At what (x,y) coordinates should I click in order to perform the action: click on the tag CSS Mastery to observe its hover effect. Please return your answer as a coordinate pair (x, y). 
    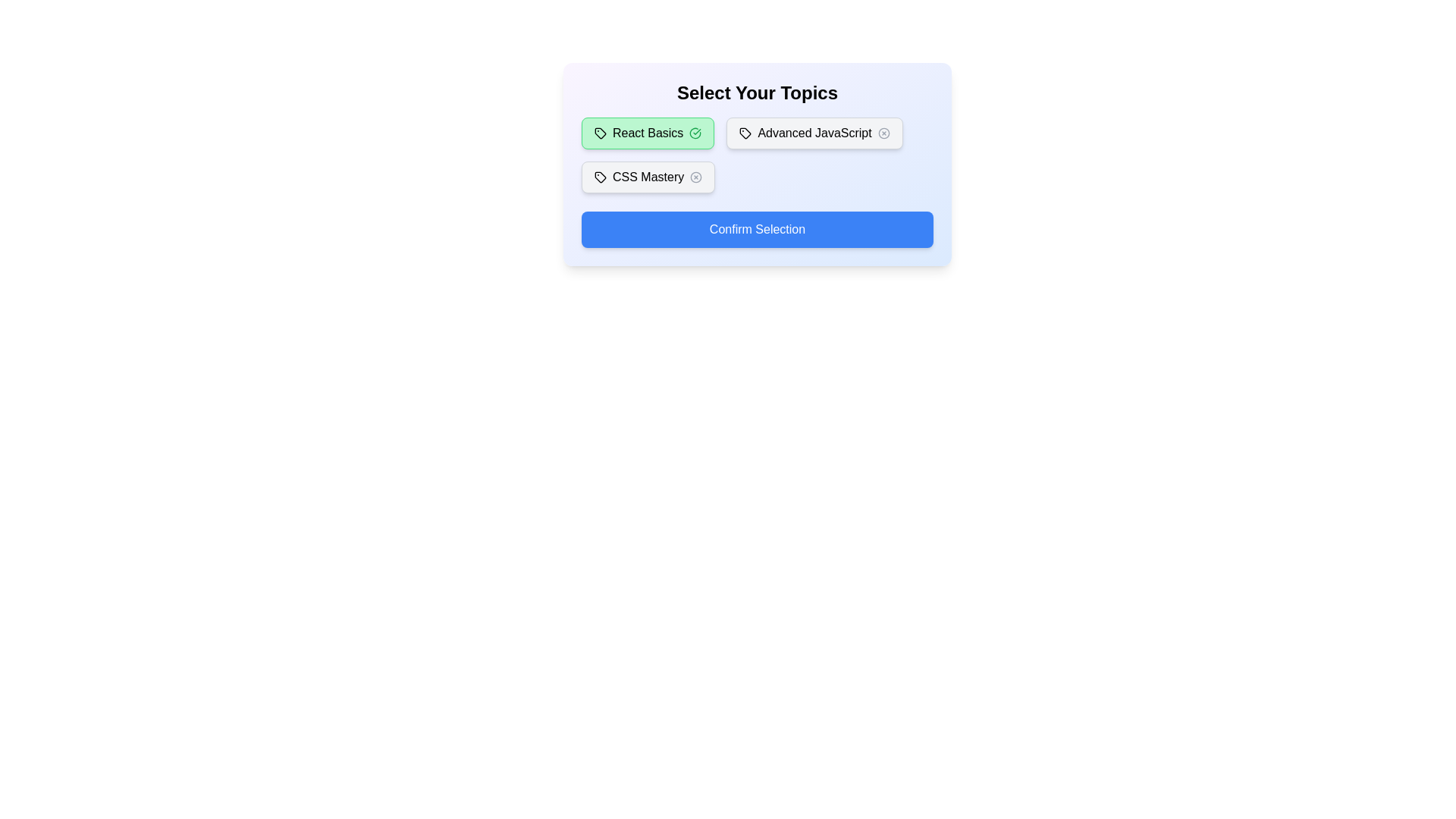
    Looking at the image, I should click on (648, 177).